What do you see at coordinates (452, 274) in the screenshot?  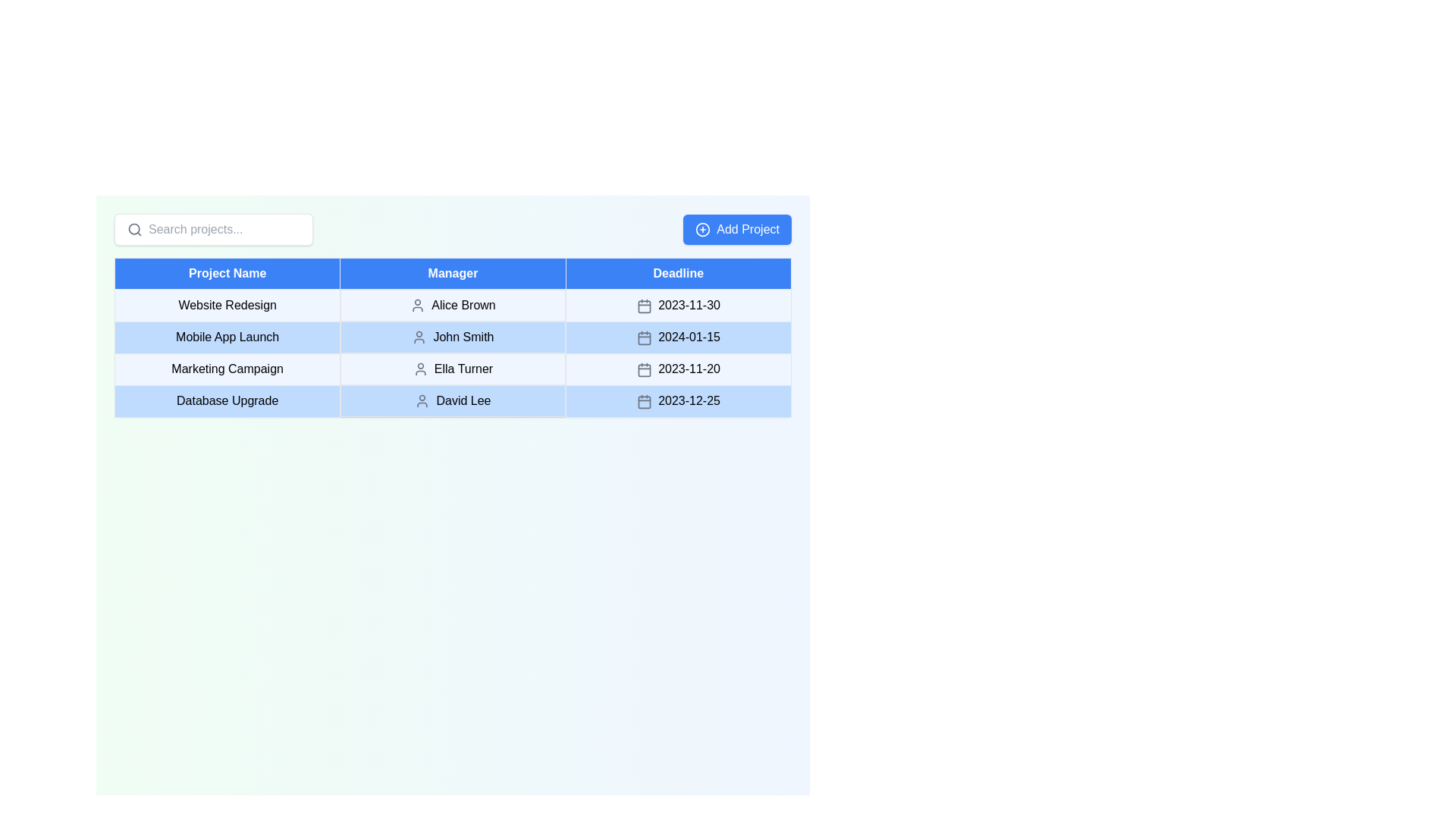 I see `text from the 'Manager' header cell in the table, which indicates the names of managers associated with the respective projects` at bounding box center [452, 274].